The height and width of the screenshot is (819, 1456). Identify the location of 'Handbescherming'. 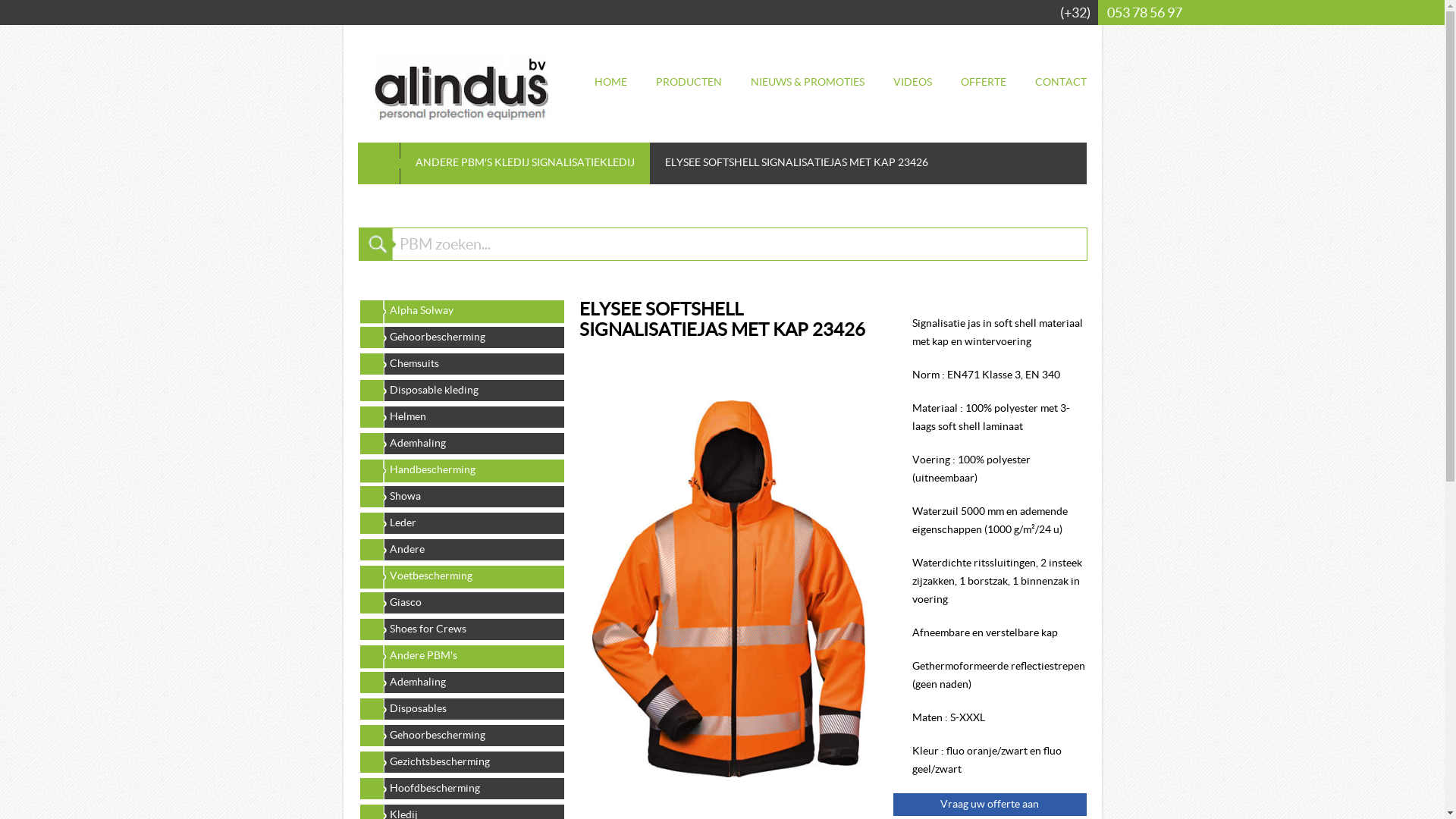
(460, 468).